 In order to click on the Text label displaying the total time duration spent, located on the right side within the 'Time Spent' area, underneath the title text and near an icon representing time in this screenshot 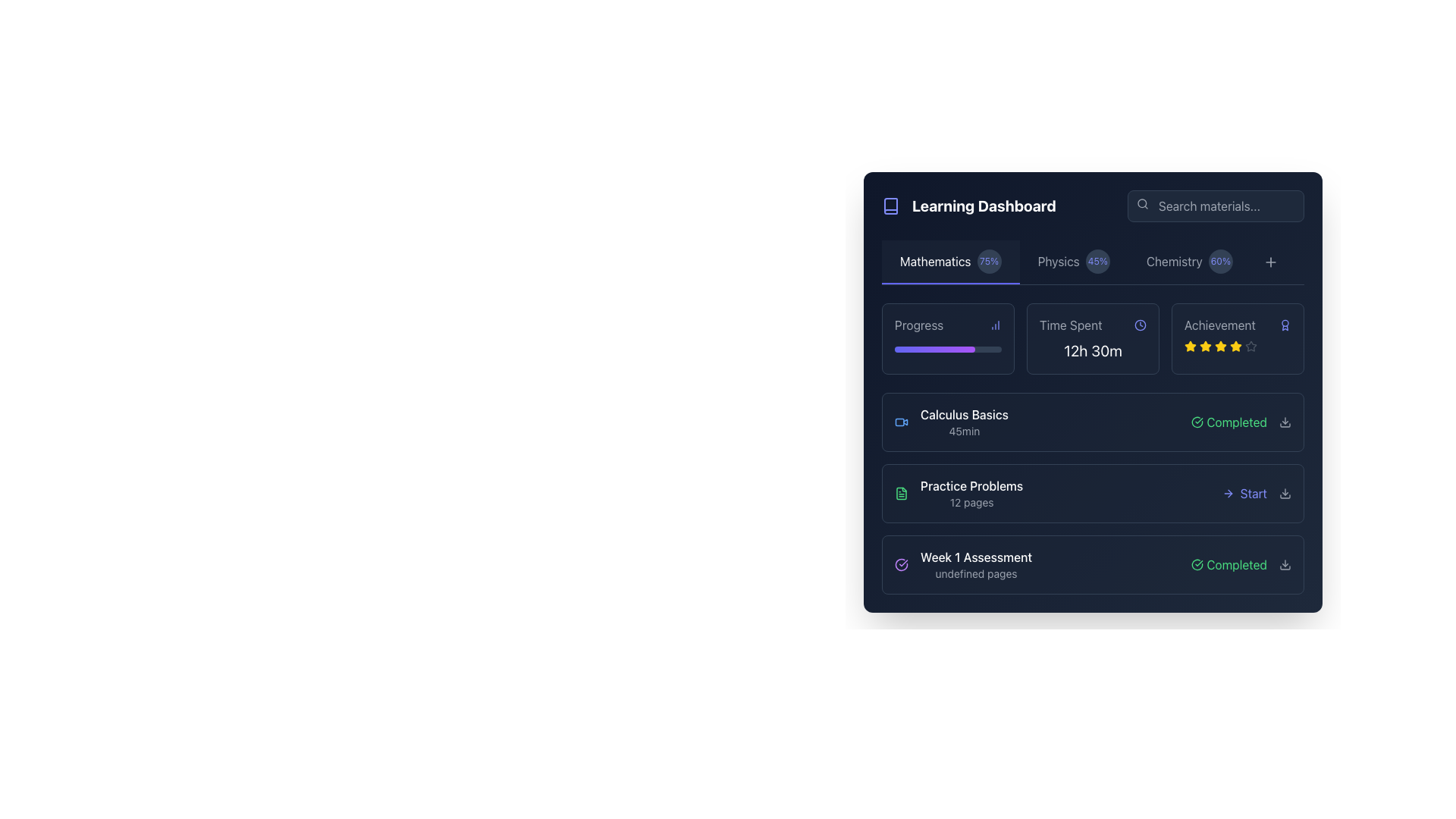, I will do `click(1093, 350)`.